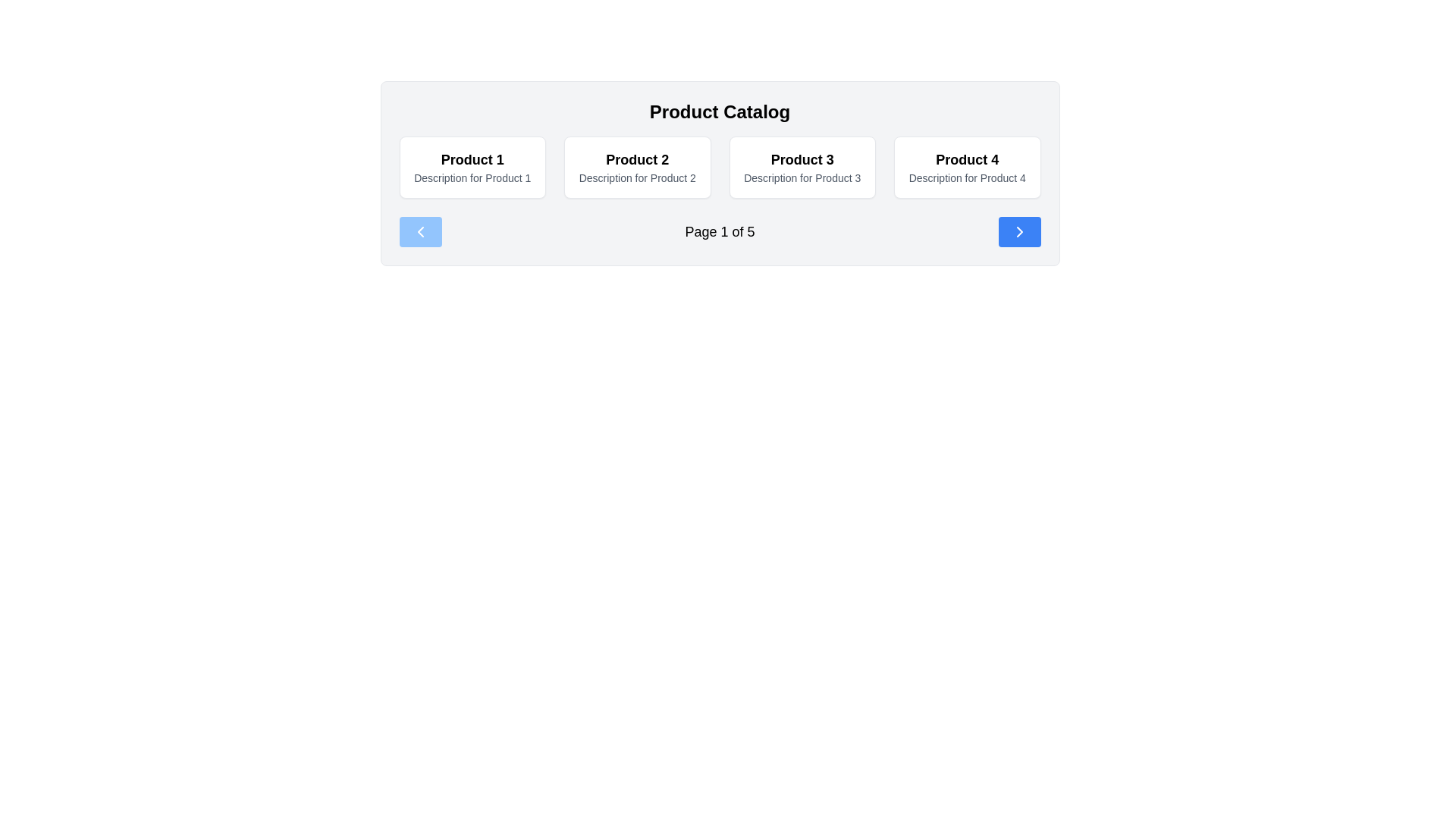 The width and height of the screenshot is (1456, 819). What do you see at coordinates (637, 177) in the screenshot?
I see `the descriptive text label for 'Product 2' located in the second product card, positioned below its title` at bounding box center [637, 177].